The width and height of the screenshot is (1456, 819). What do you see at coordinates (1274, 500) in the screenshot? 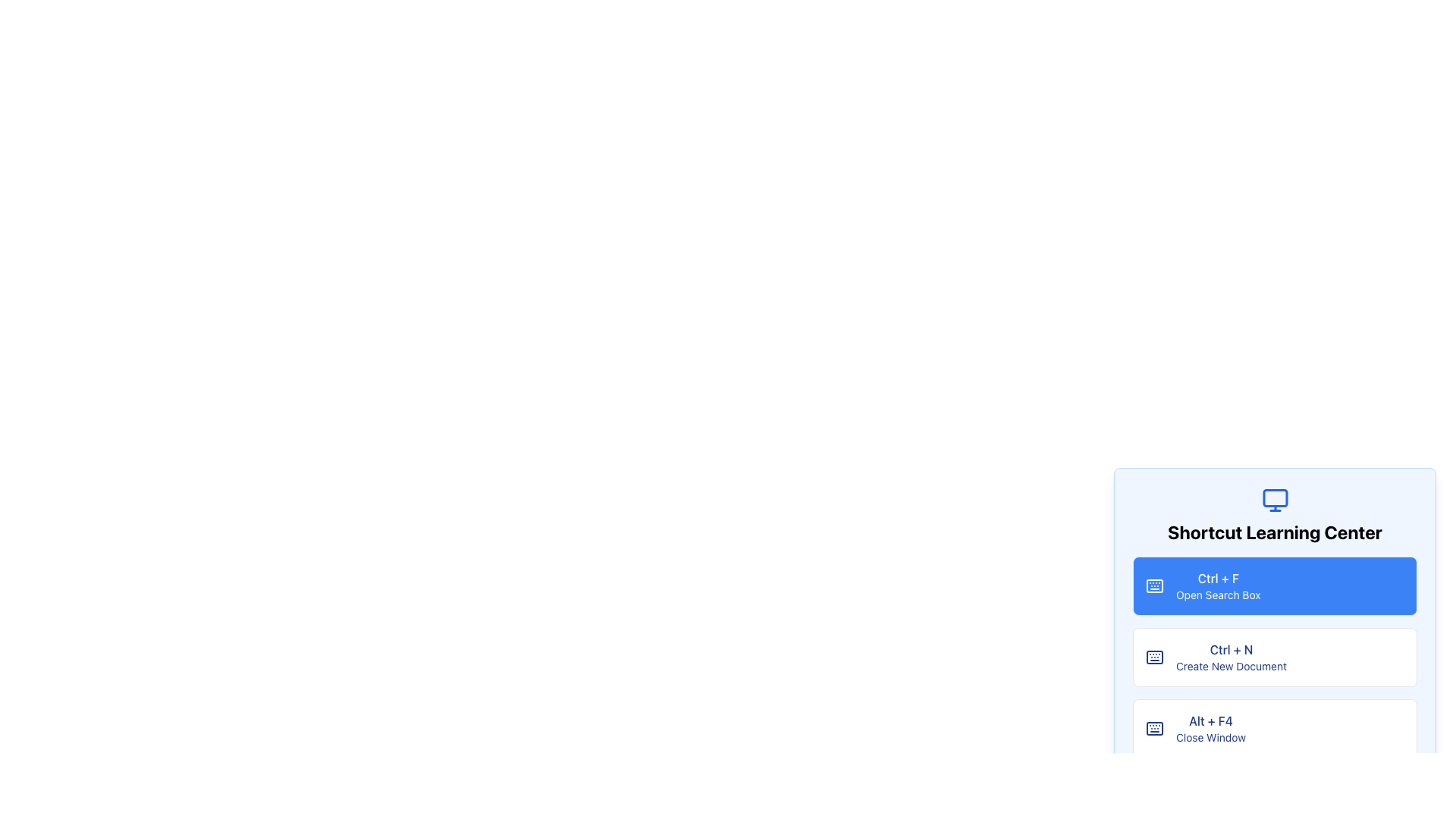
I see `the decorative icon representing a monitor located at the top of the 'Shortcut Learning Center' banner, above the text 'Shortcut Learning Center.'` at bounding box center [1274, 500].